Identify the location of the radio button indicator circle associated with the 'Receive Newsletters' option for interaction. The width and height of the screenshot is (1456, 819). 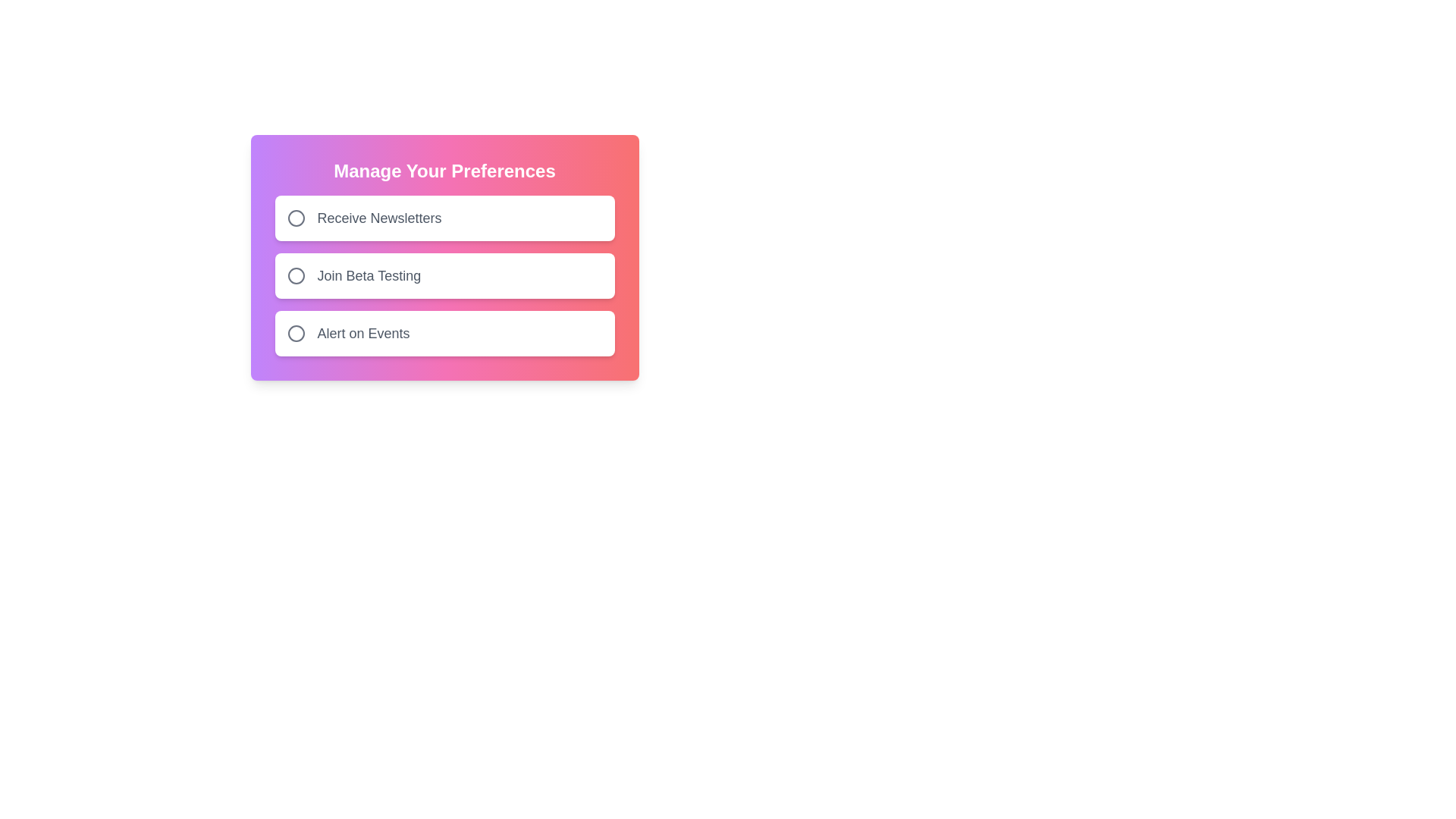
(296, 218).